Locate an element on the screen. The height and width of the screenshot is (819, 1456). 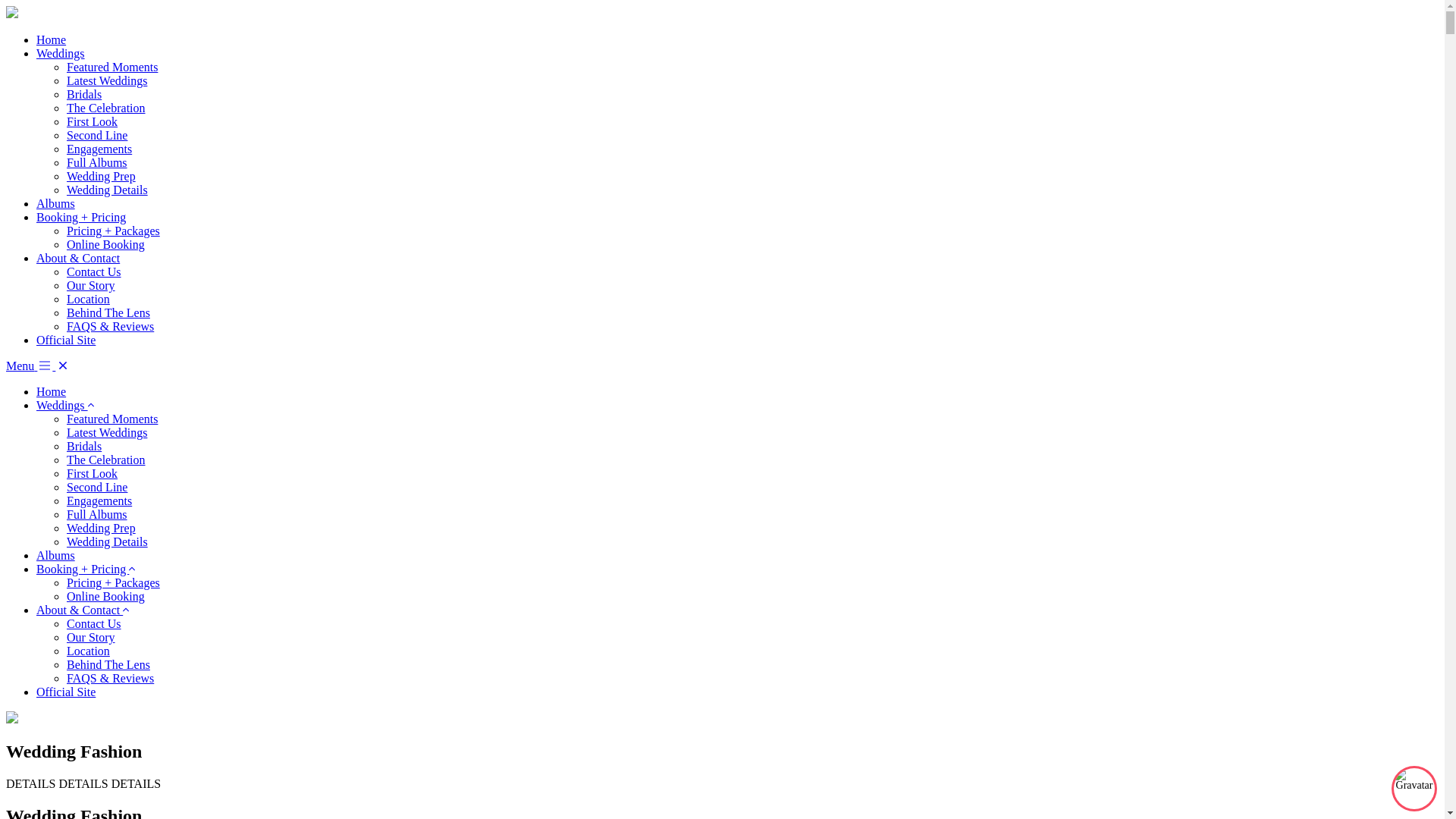
'Second Line' is located at coordinates (96, 487).